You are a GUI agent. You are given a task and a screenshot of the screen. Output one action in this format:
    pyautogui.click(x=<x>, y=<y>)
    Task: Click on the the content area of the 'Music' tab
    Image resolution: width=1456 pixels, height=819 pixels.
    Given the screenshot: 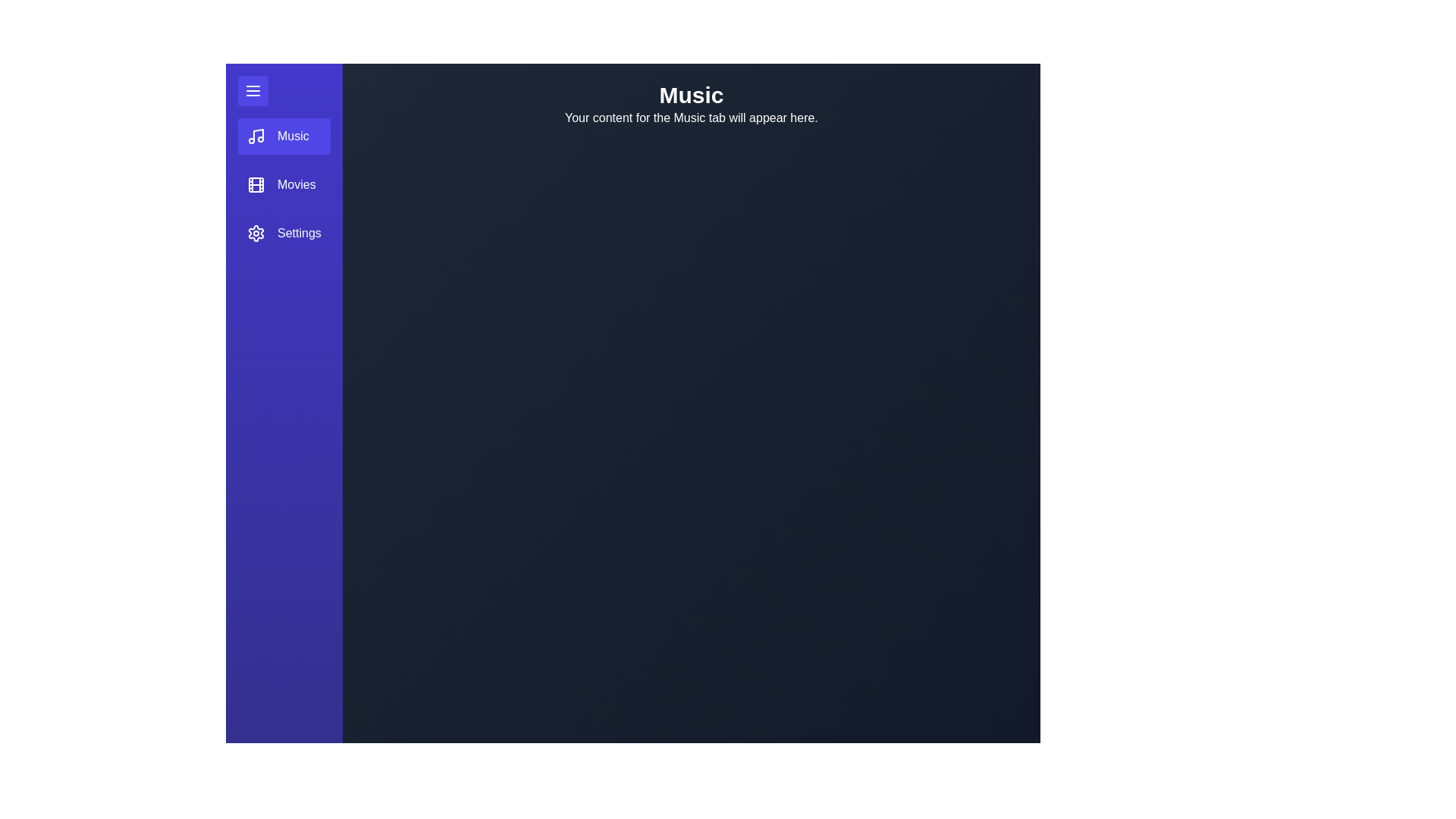 What is the action you would take?
    pyautogui.click(x=690, y=472)
    